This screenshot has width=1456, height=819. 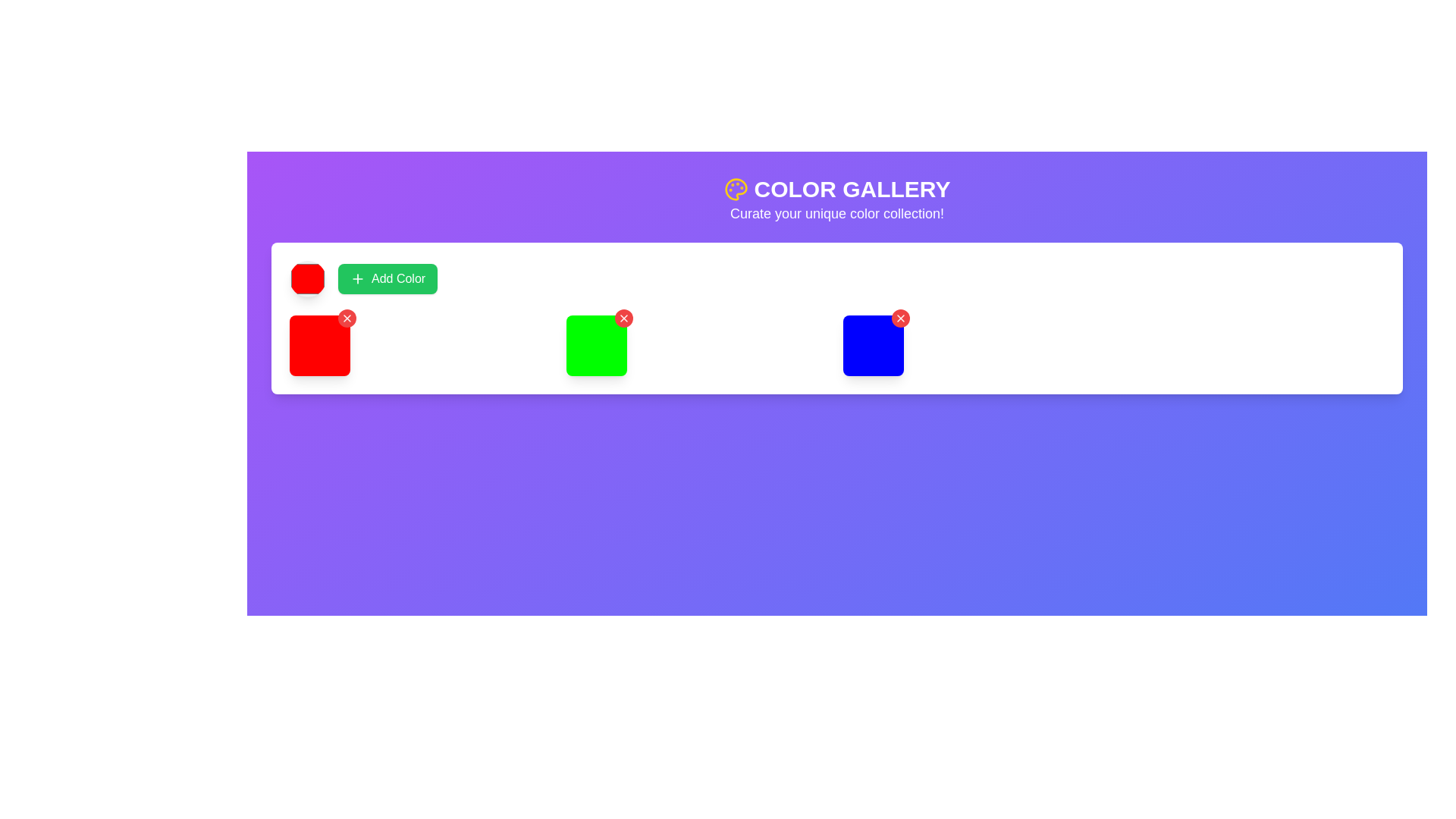 I want to click on the 'Add Color' button, which is positioned to the right of a small circular color selector and aligned in the center of its horizontal grouping, to observe the hover effect, so click(x=388, y=278).